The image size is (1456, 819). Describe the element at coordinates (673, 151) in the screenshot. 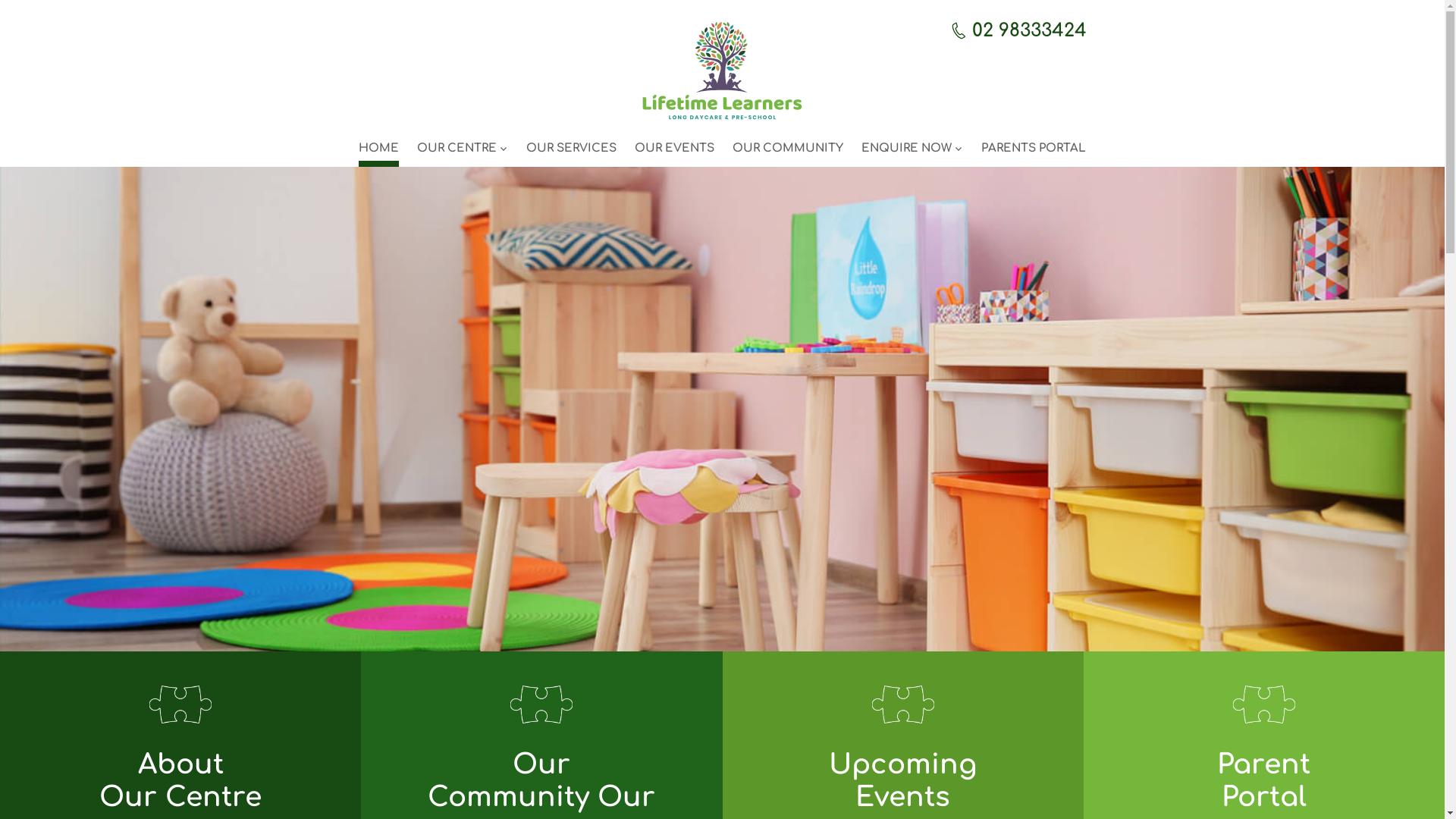

I see `'OUR EVENTS'` at that location.